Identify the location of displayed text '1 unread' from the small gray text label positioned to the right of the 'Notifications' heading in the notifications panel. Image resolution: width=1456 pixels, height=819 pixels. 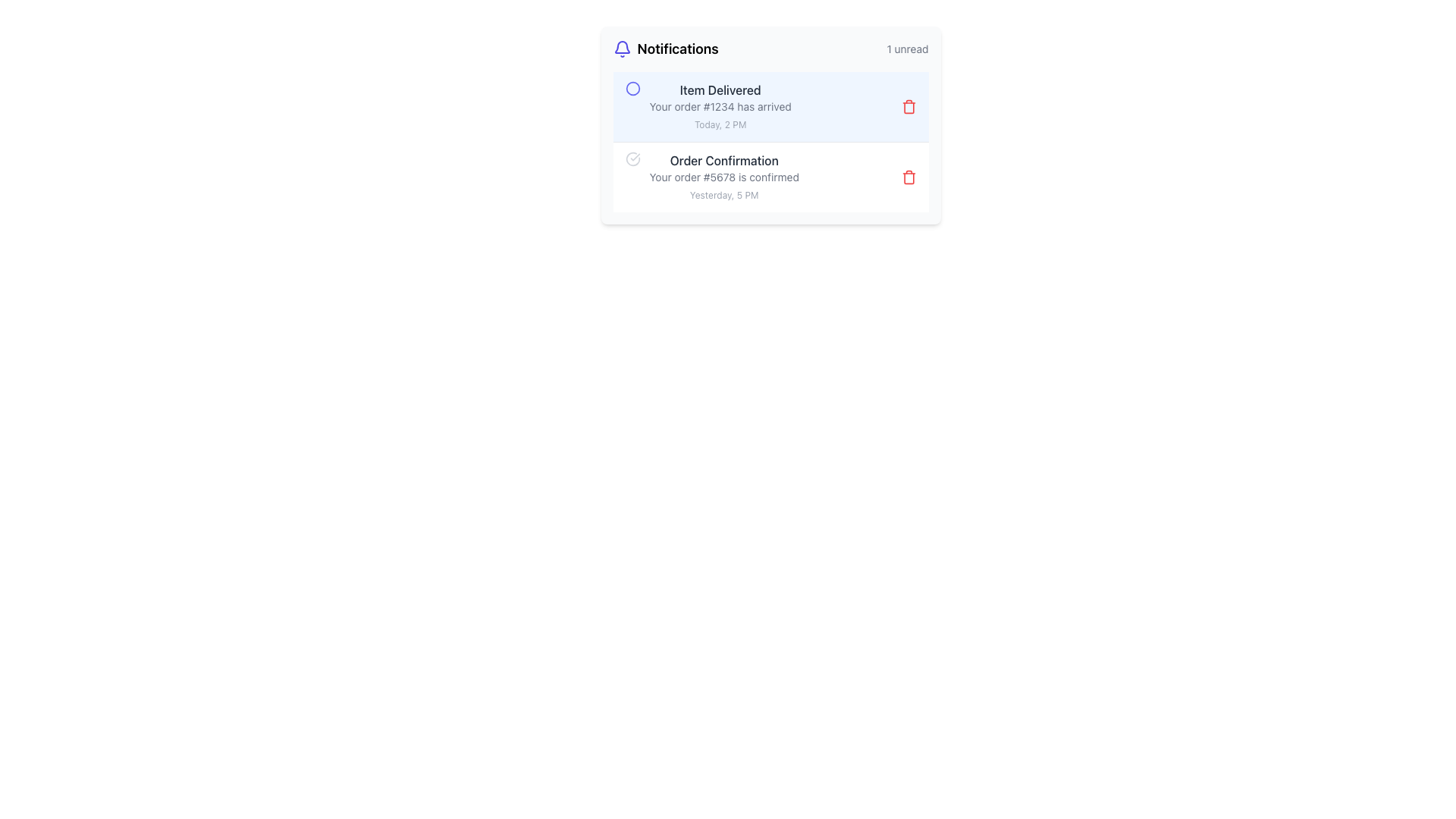
(907, 49).